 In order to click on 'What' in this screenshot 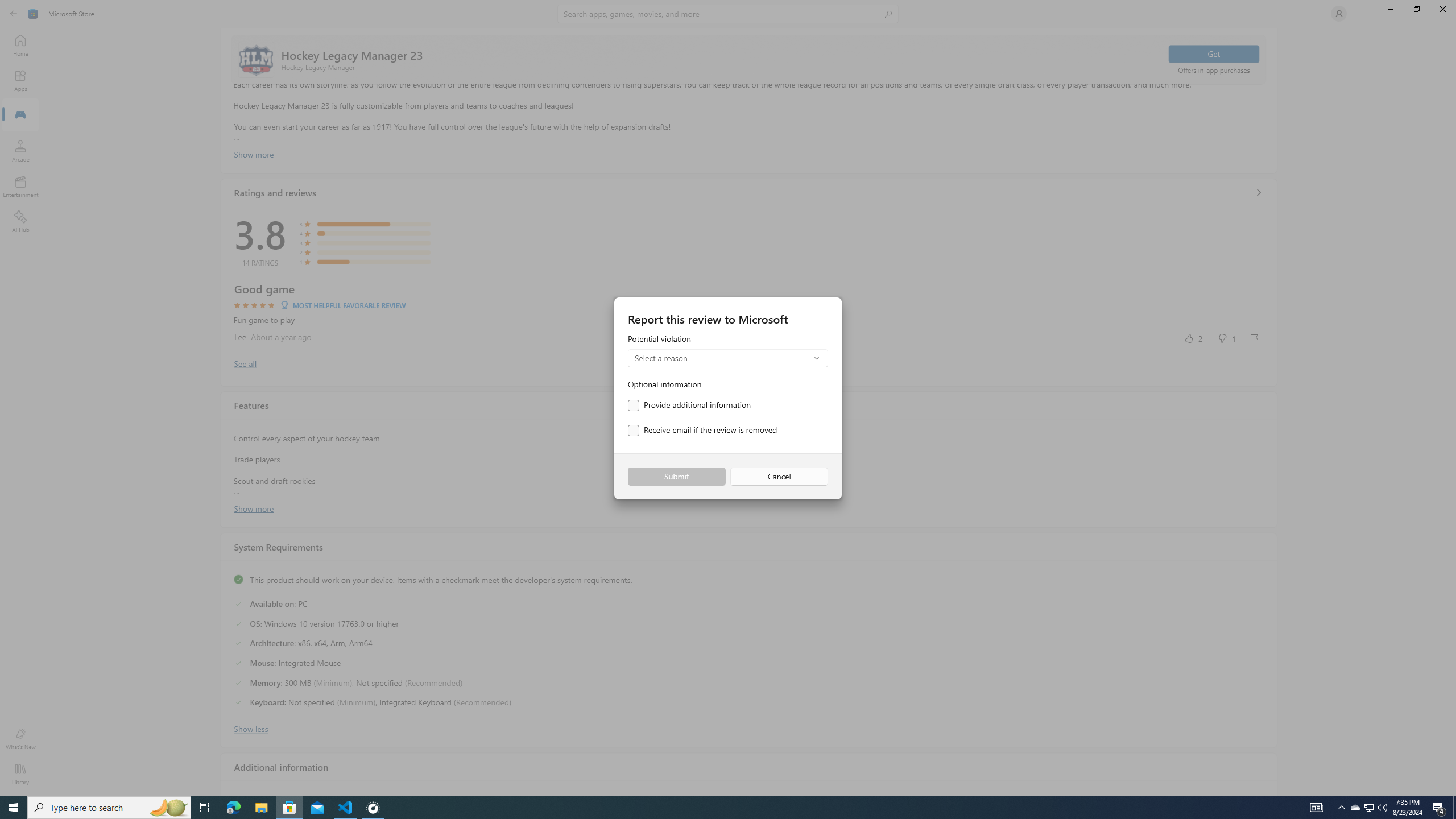, I will do `click(19, 738)`.